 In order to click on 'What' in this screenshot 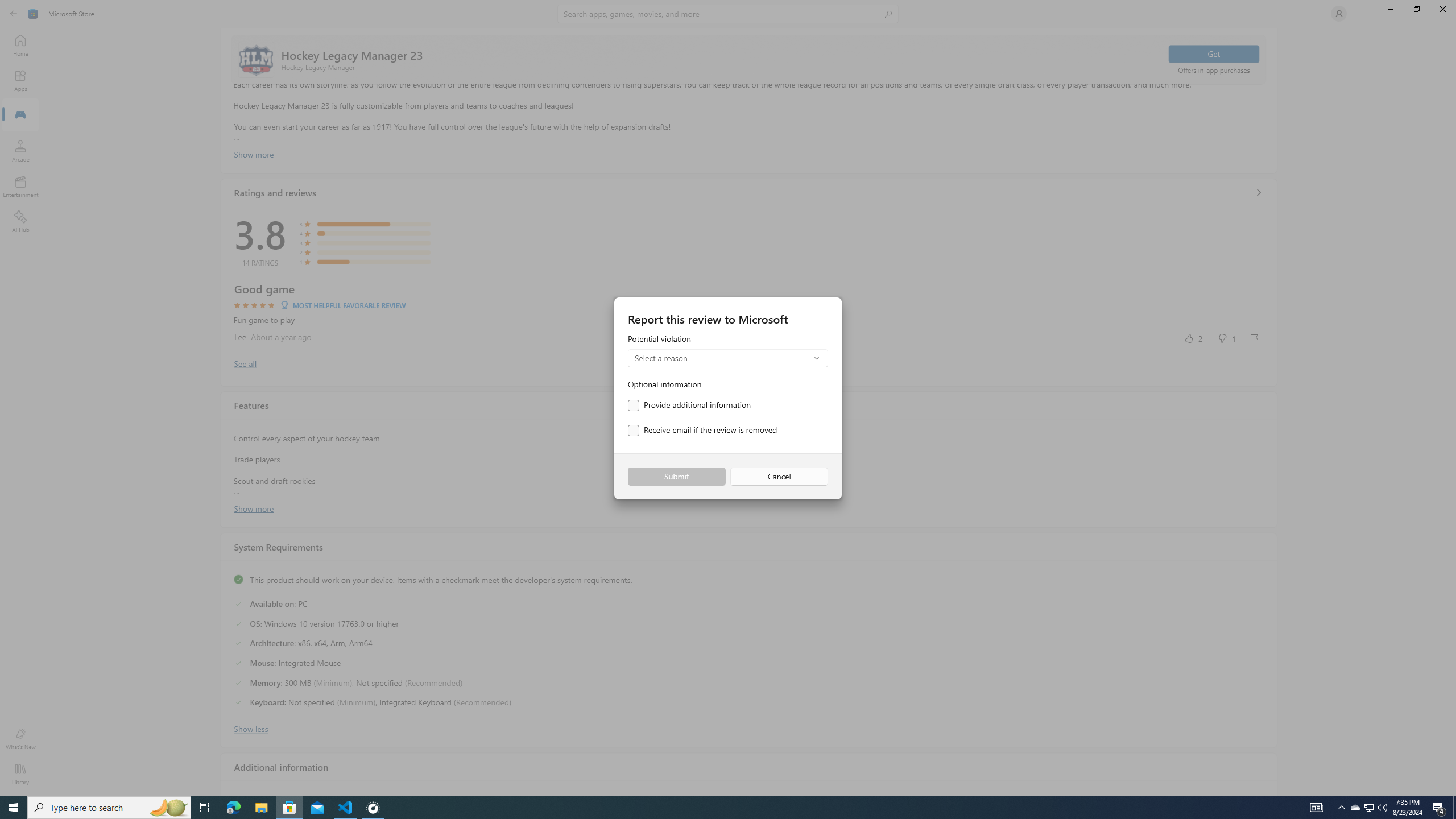, I will do `click(19, 738)`.